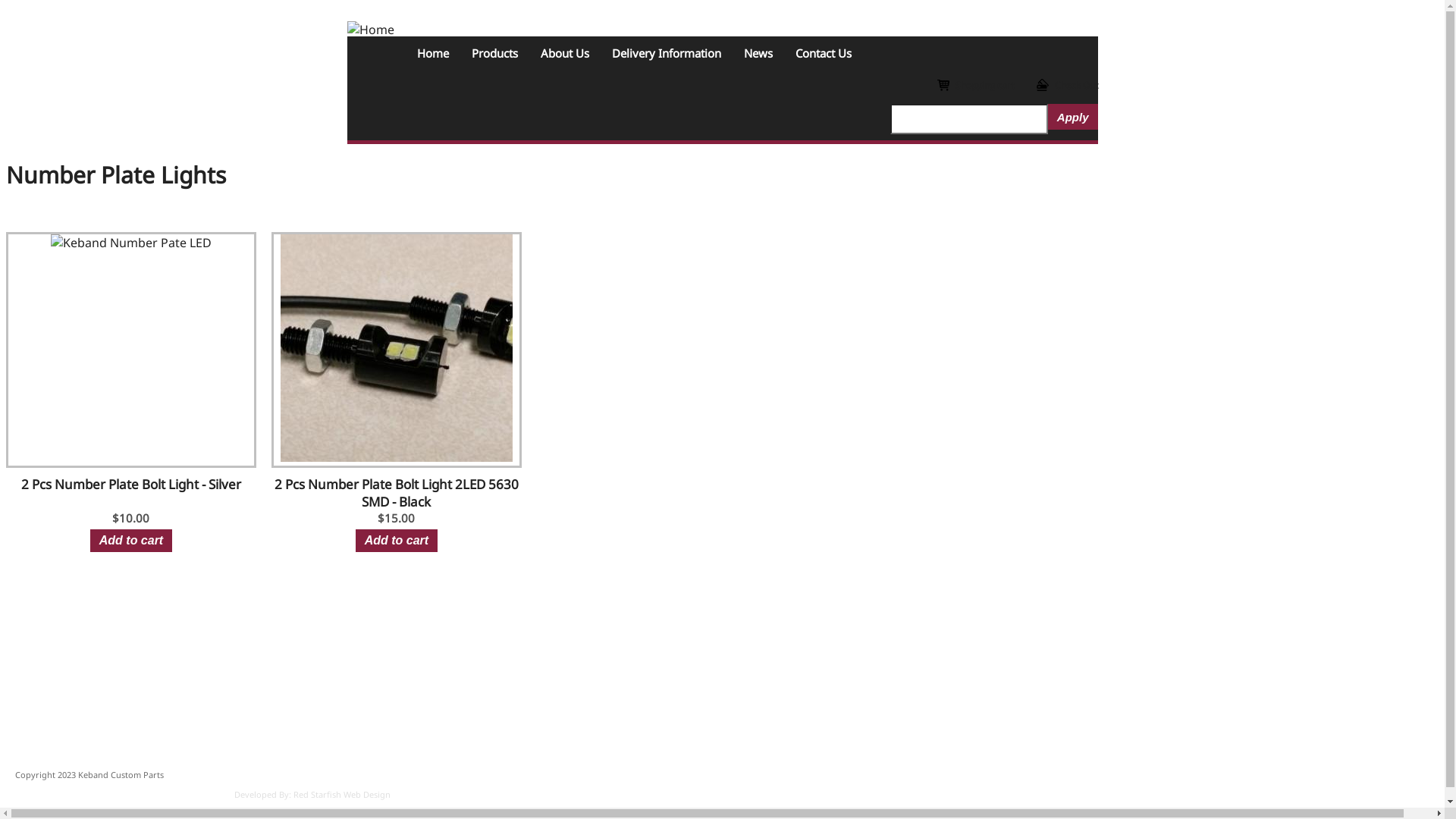 This screenshot has width=1456, height=819. What do you see at coordinates (666, 52) in the screenshot?
I see `'Delivery Information'` at bounding box center [666, 52].